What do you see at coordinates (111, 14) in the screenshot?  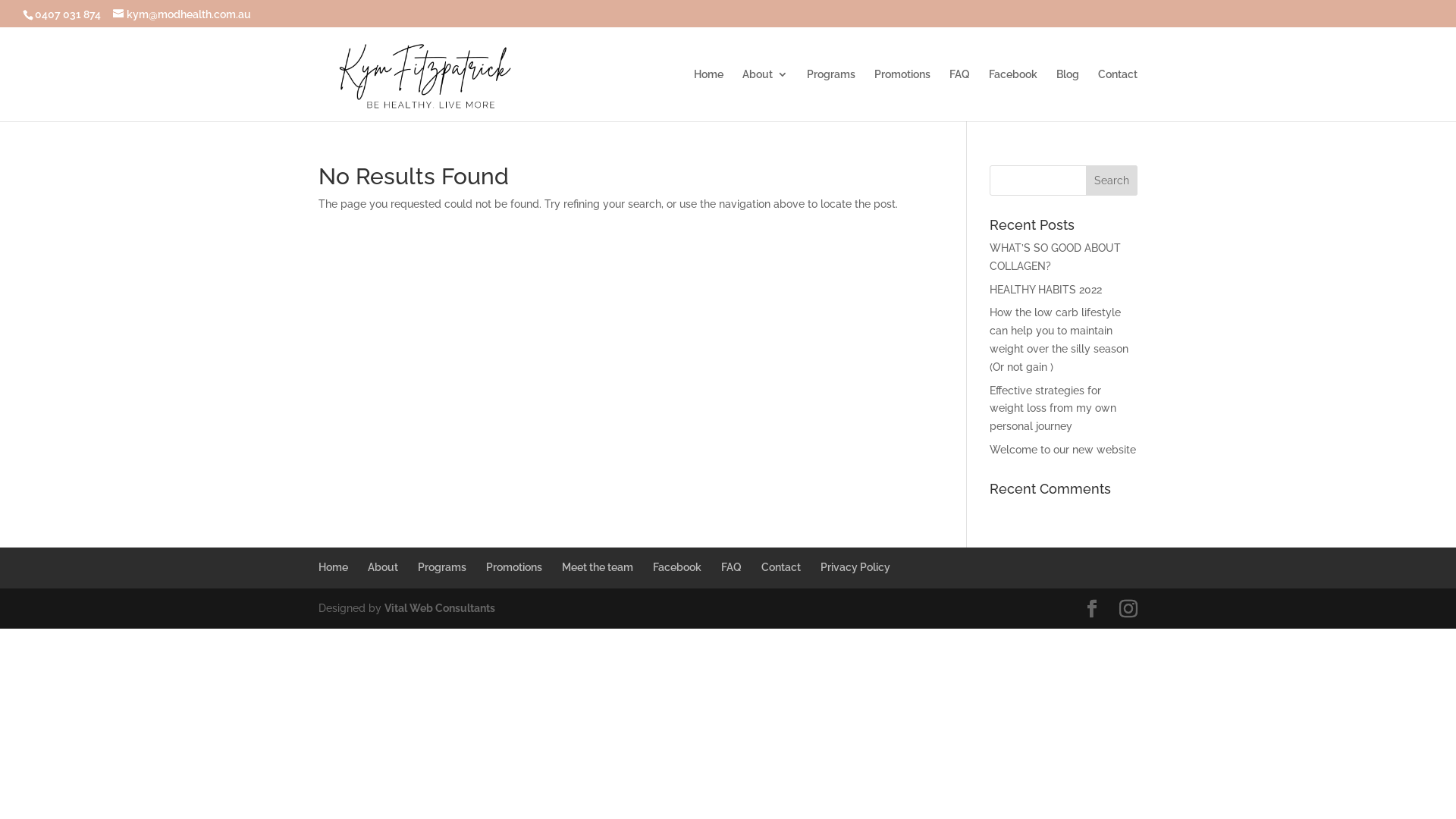 I see `'kym@modhealth.com.au'` at bounding box center [111, 14].